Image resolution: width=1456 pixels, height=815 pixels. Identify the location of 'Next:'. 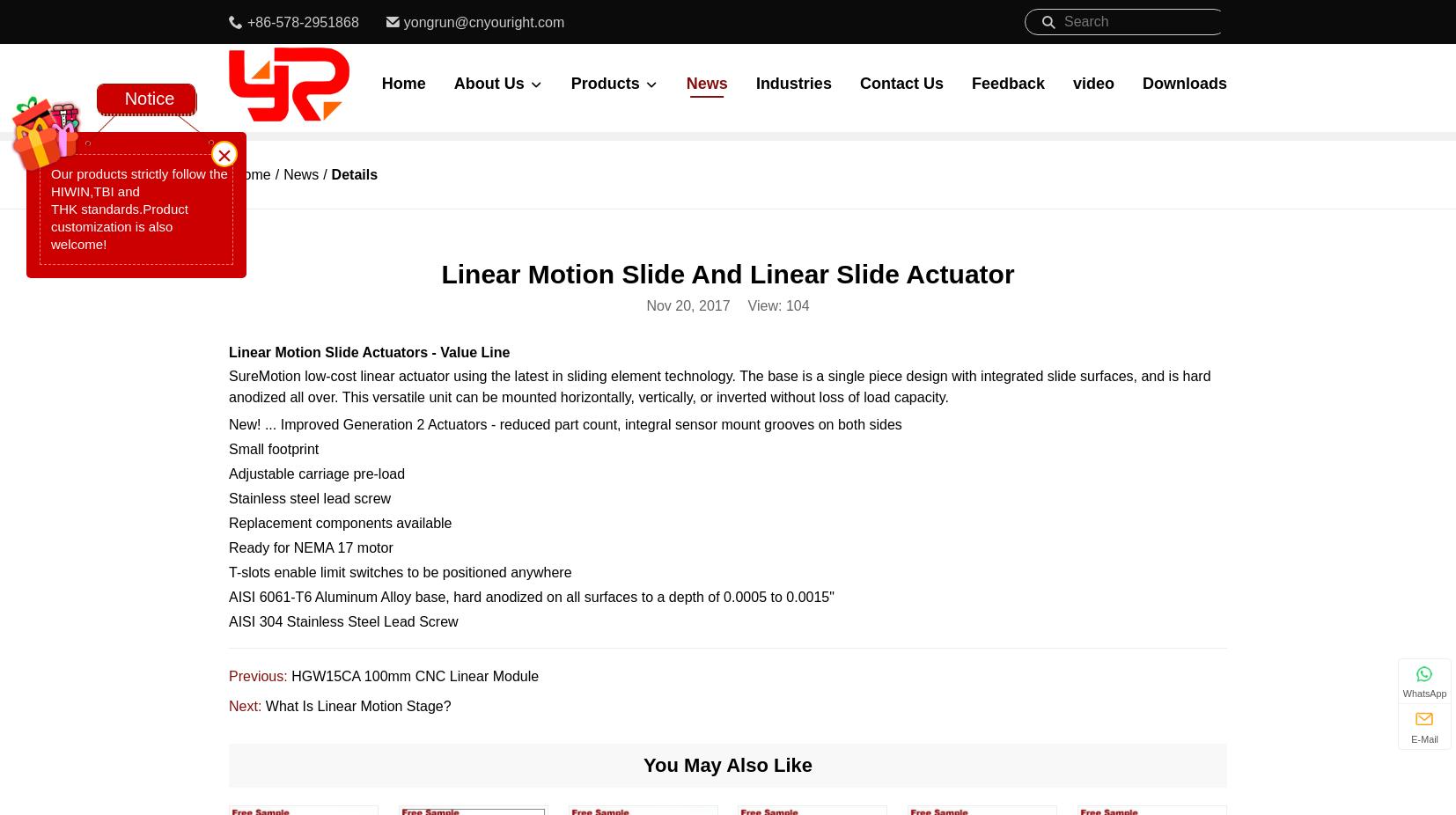
(246, 706).